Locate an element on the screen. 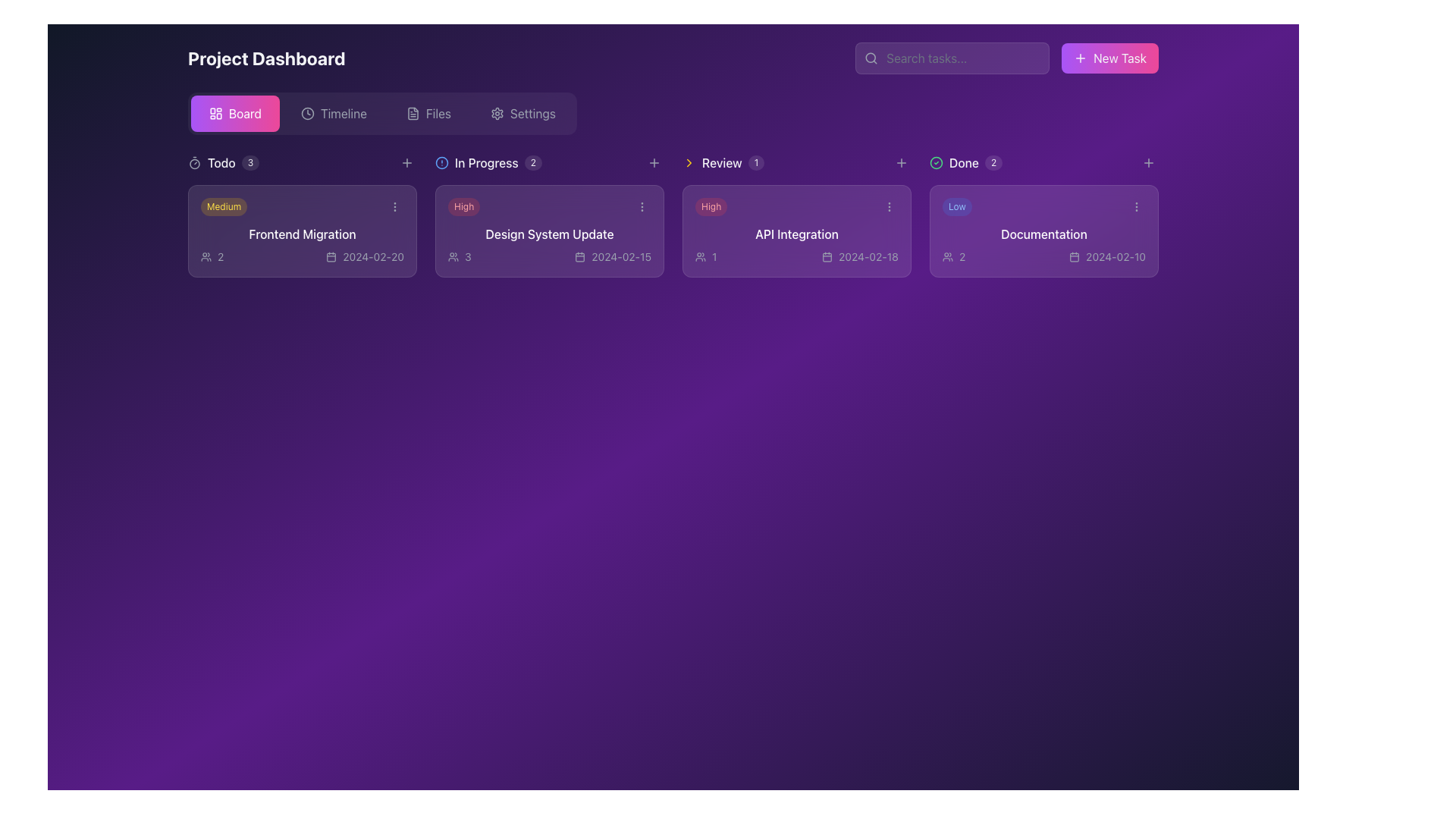 The image size is (1456, 819). the dashboard icon within the 'Board' button, which is styled with a gradient fill and located next to the text 'Board' is located at coordinates (215, 113).